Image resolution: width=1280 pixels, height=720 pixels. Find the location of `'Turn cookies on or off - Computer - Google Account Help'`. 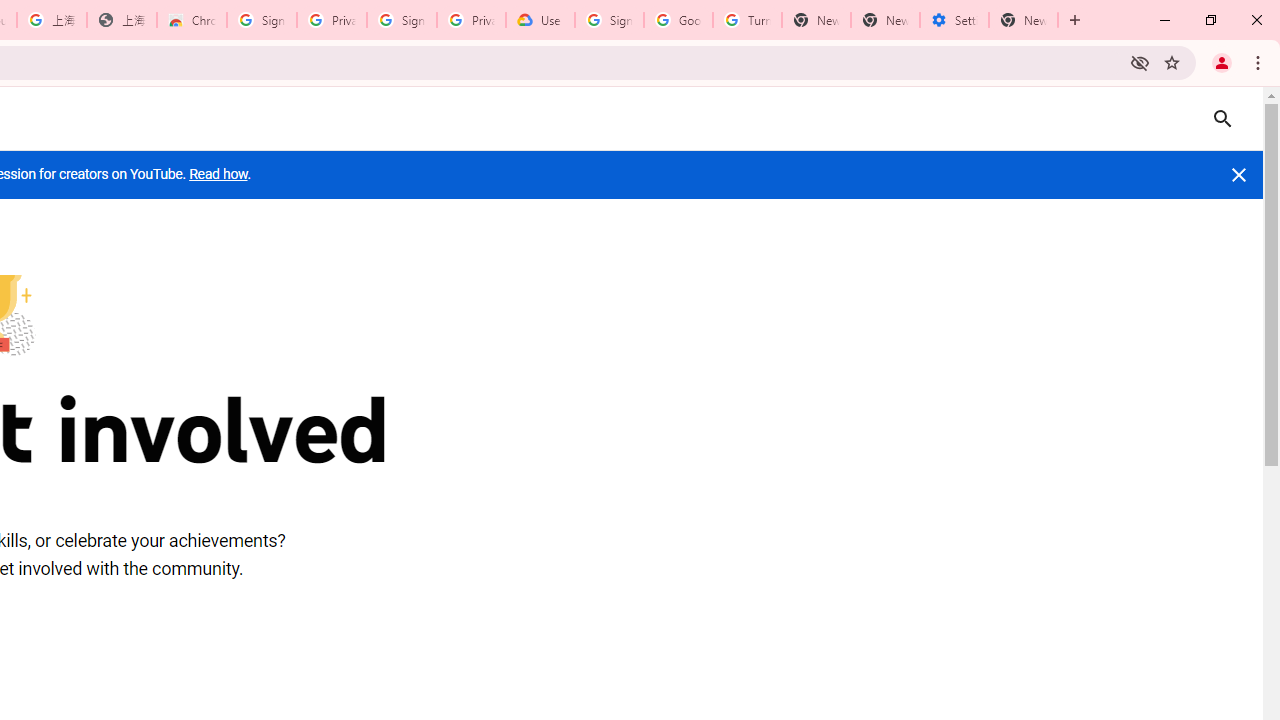

'Turn cookies on or off - Computer - Google Account Help' is located at coordinates (746, 20).